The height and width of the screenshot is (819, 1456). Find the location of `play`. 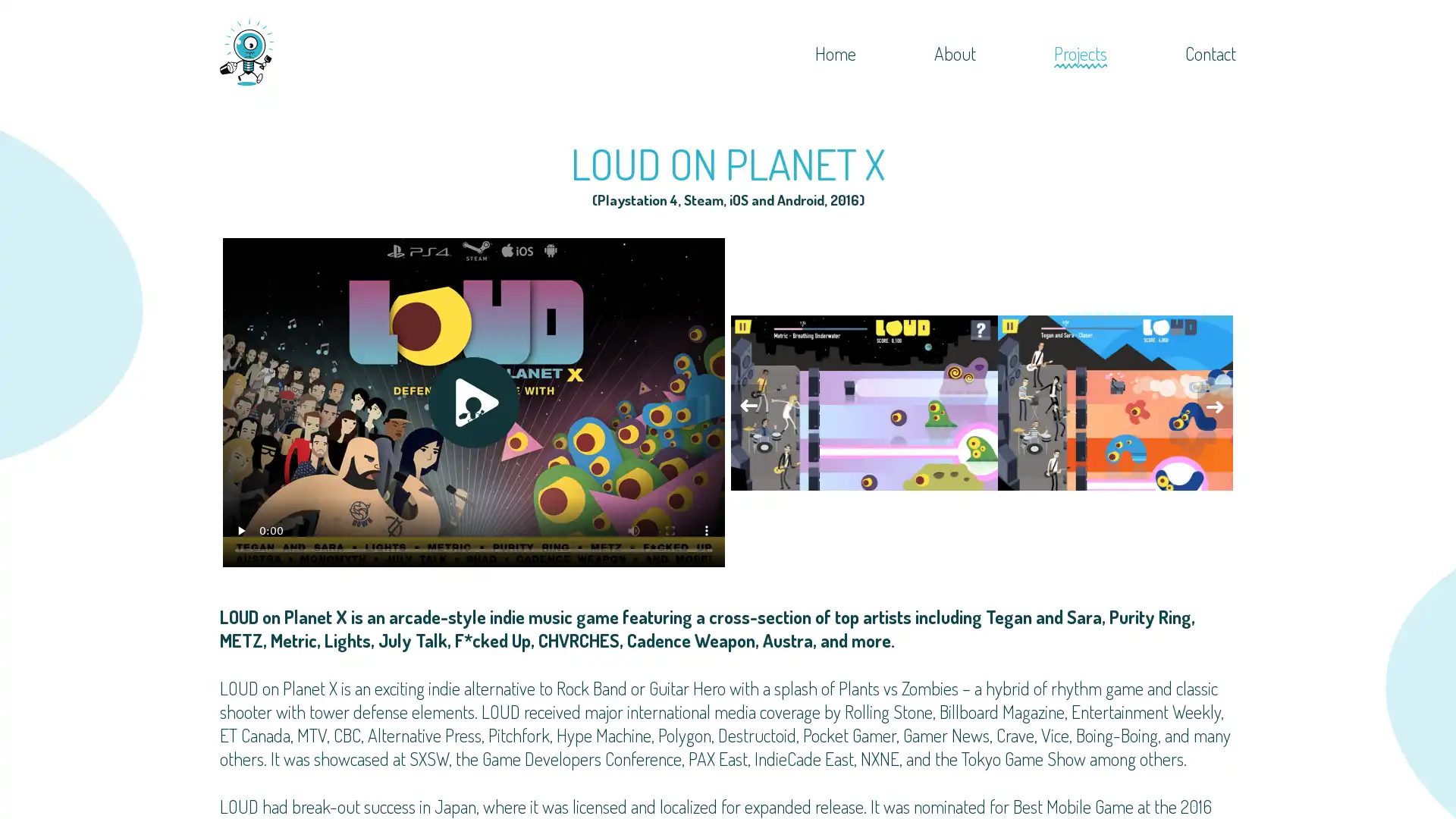

play is located at coordinates (240, 529).